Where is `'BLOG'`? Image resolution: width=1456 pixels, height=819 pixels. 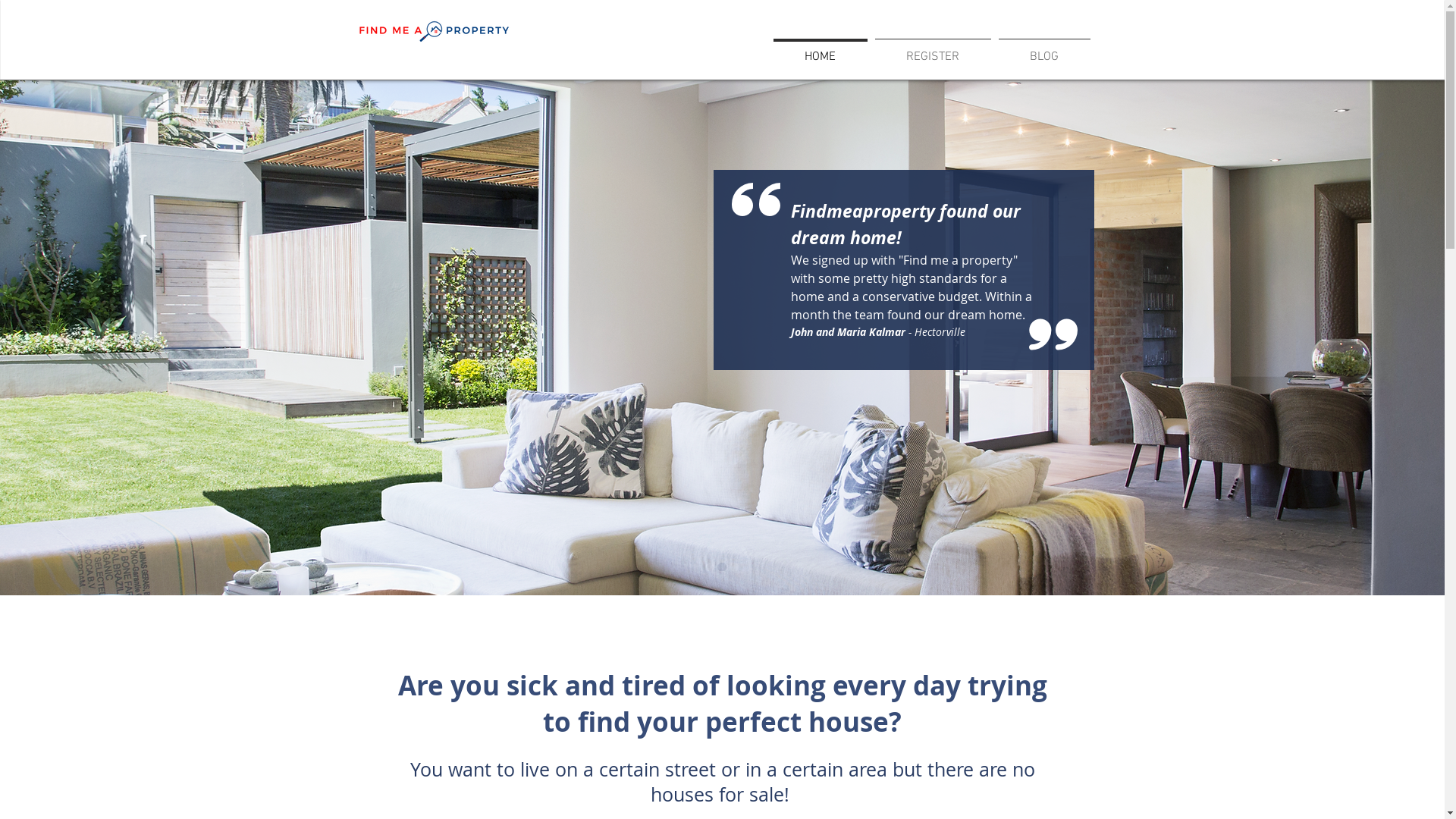
'BLOG' is located at coordinates (1043, 49).